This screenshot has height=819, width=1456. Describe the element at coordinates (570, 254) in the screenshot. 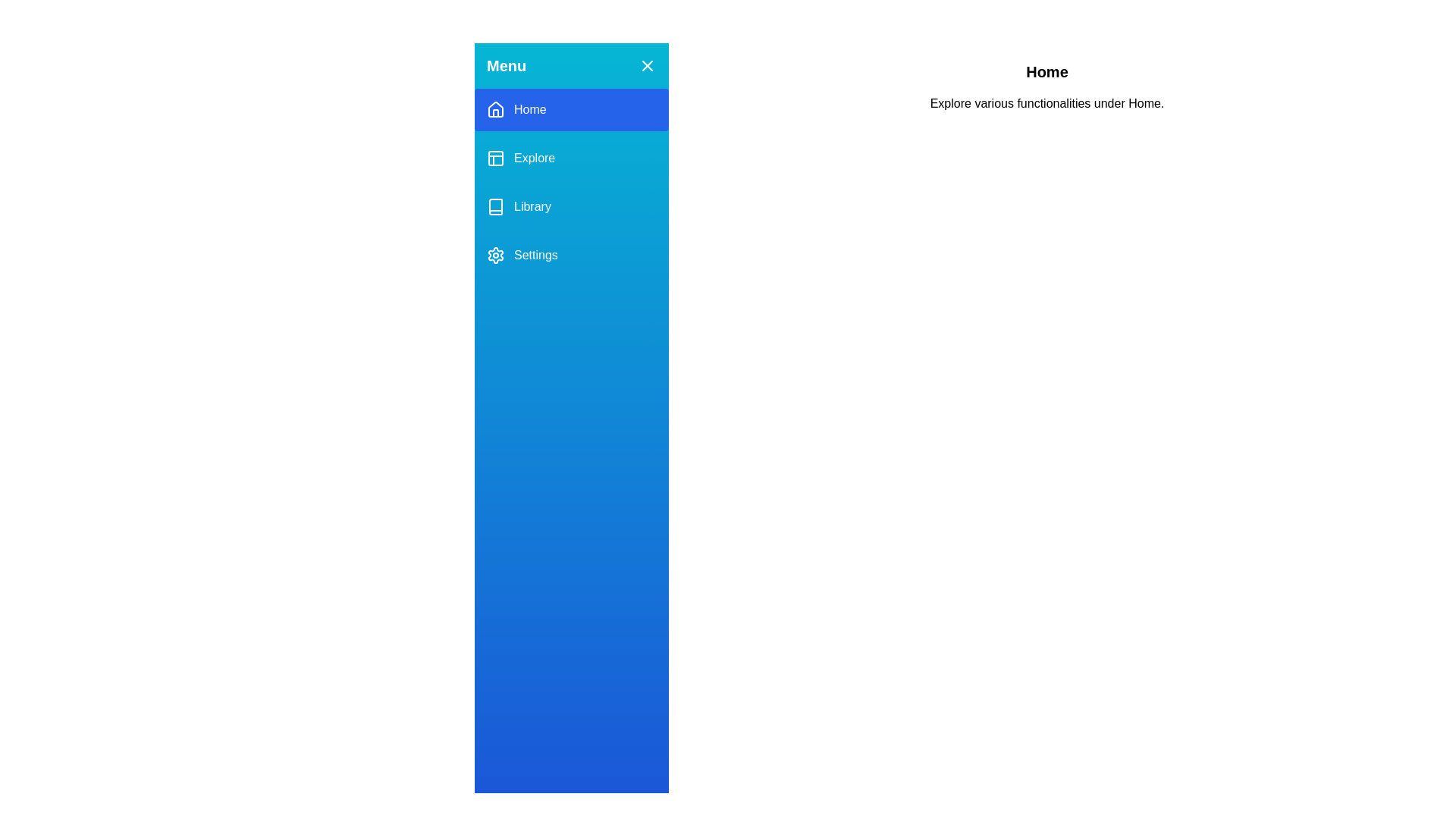

I see `the Settings section from the menu` at that location.